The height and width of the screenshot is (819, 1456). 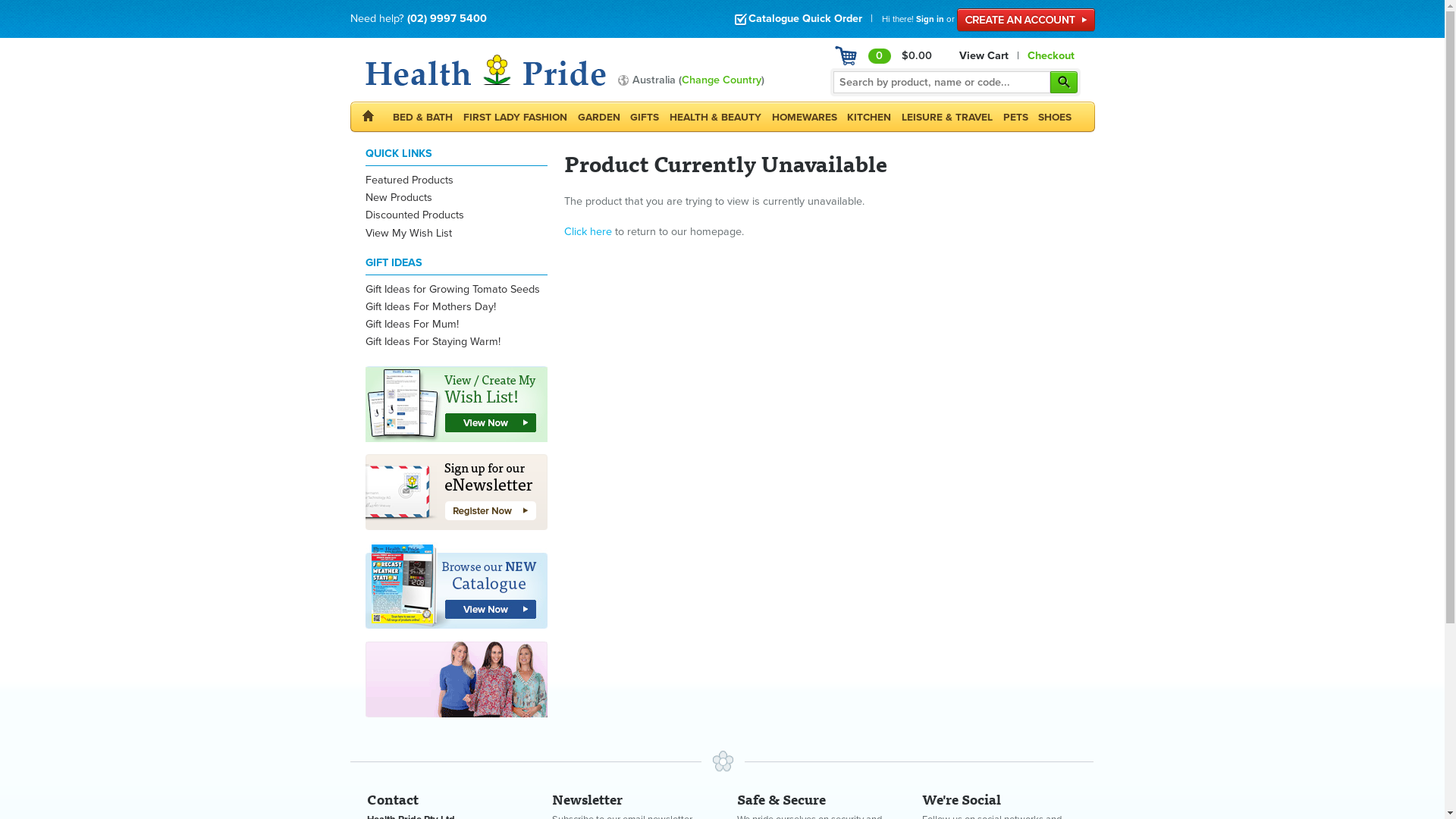 I want to click on 'Click here', so click(x=587, y=231).